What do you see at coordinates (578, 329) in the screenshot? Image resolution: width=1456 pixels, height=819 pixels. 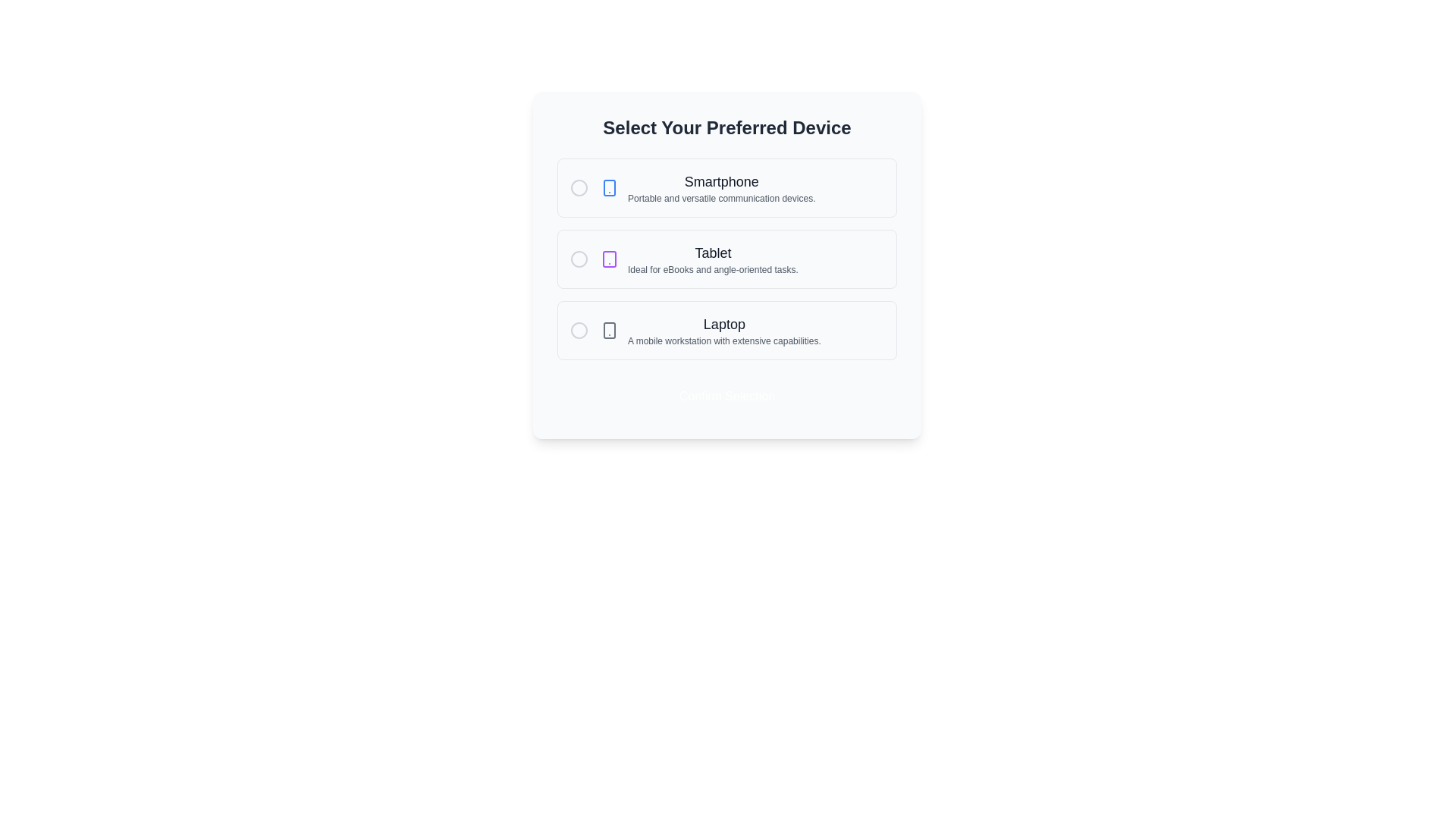 I see `the 'Laptop' radio button indicator` at bounding box center [578, 329].